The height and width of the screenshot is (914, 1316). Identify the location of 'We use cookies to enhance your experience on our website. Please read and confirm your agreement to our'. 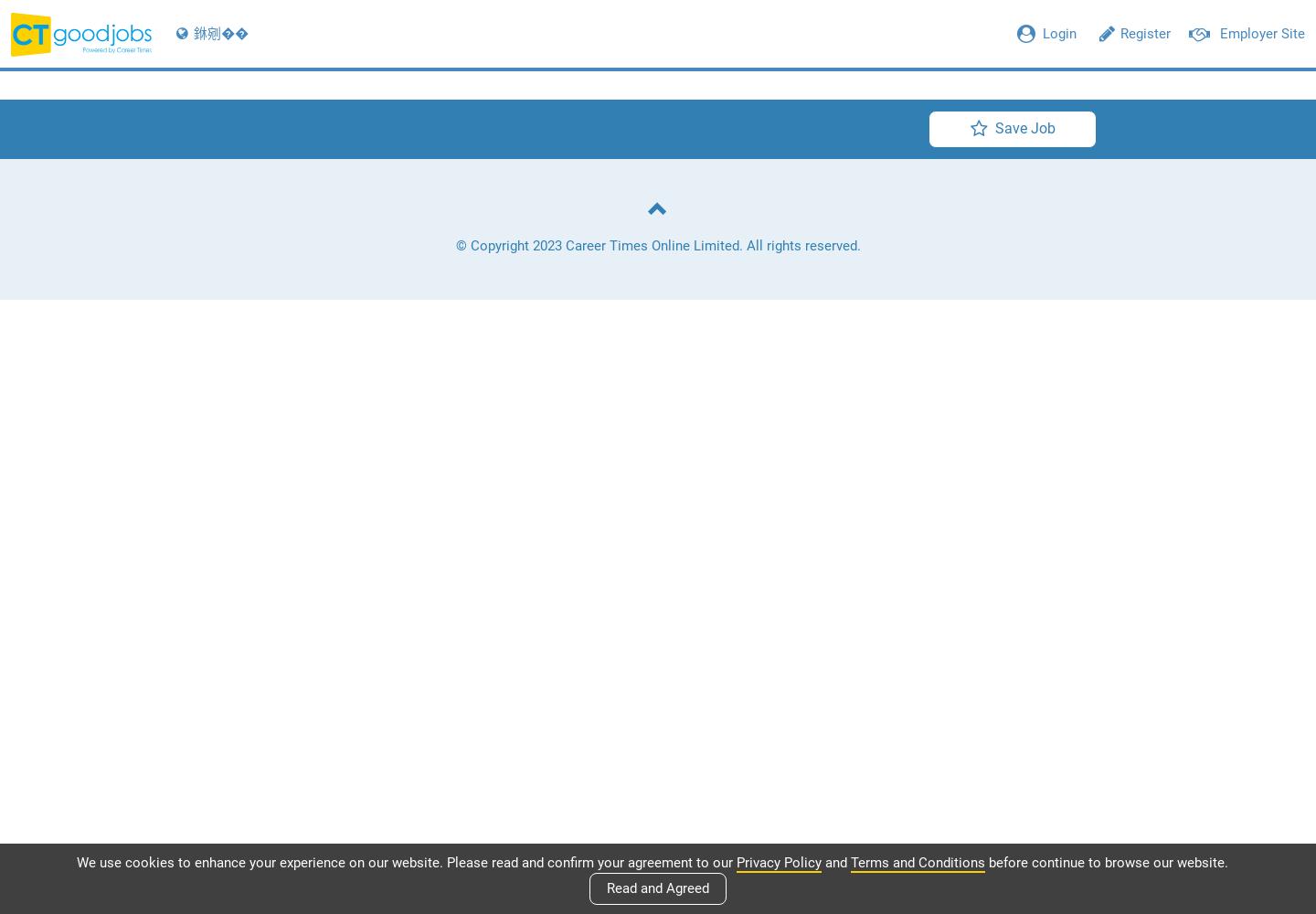
(406, 861).